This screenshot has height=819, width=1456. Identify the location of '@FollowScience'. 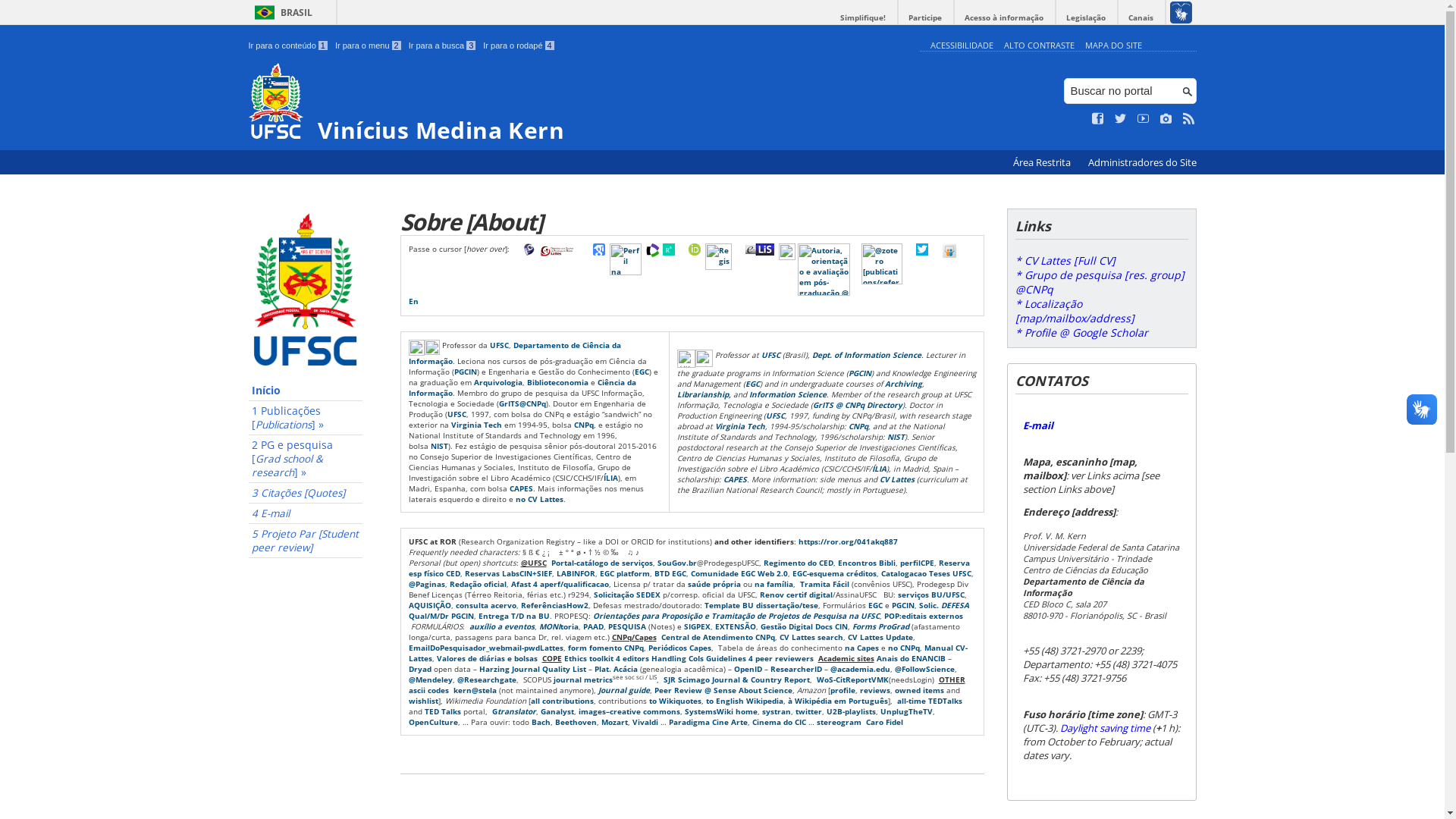
(924, 668).